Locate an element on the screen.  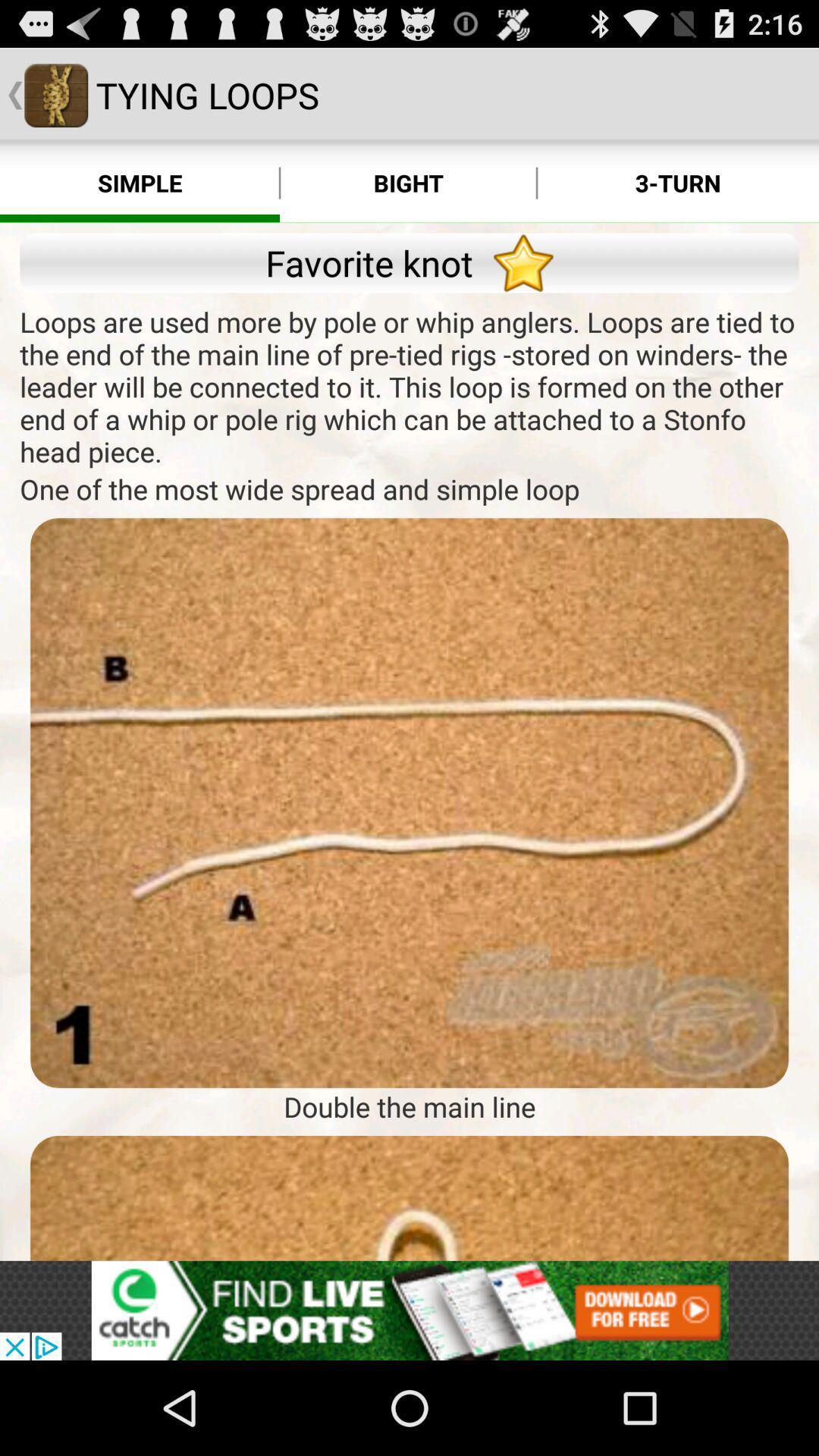
adverisment is located at coordinates (409, 1310).